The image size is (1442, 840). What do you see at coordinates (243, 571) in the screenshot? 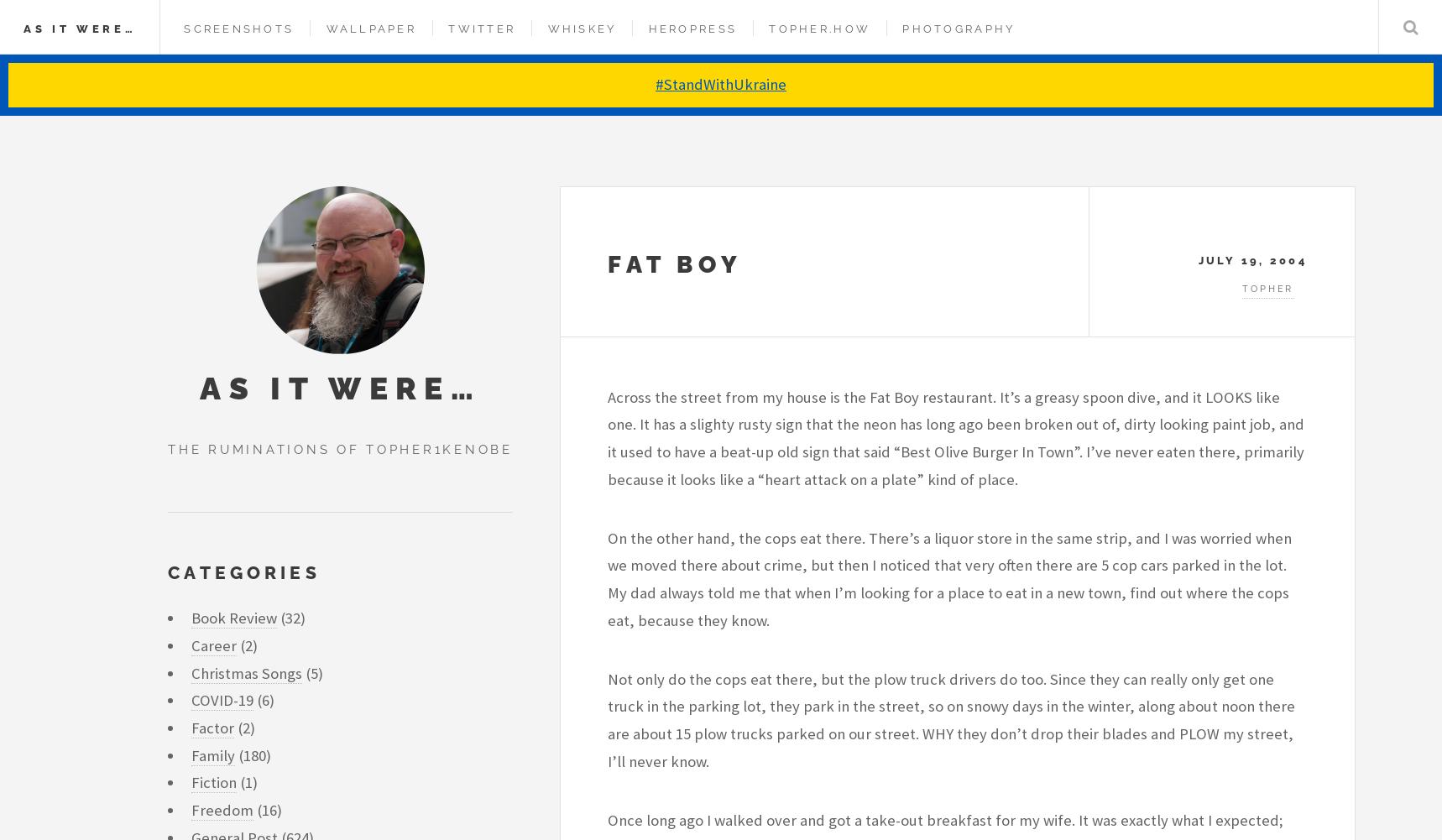
I see `'Categories'` at bounding box center [243, 571].